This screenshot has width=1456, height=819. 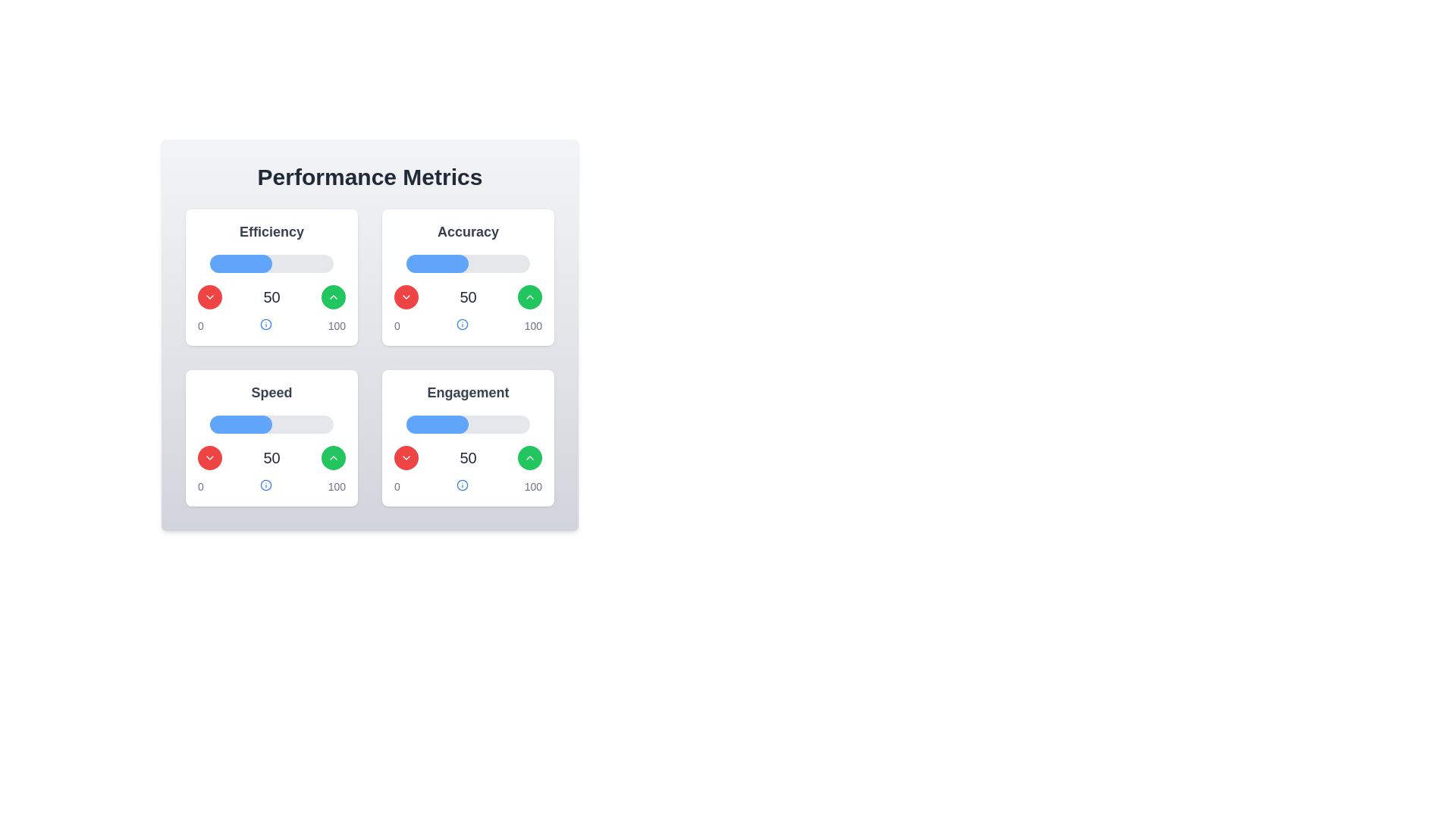 I want to click on the information icon located at the bottom center of the 'Efficiency' card, so click(x=265, y=324).